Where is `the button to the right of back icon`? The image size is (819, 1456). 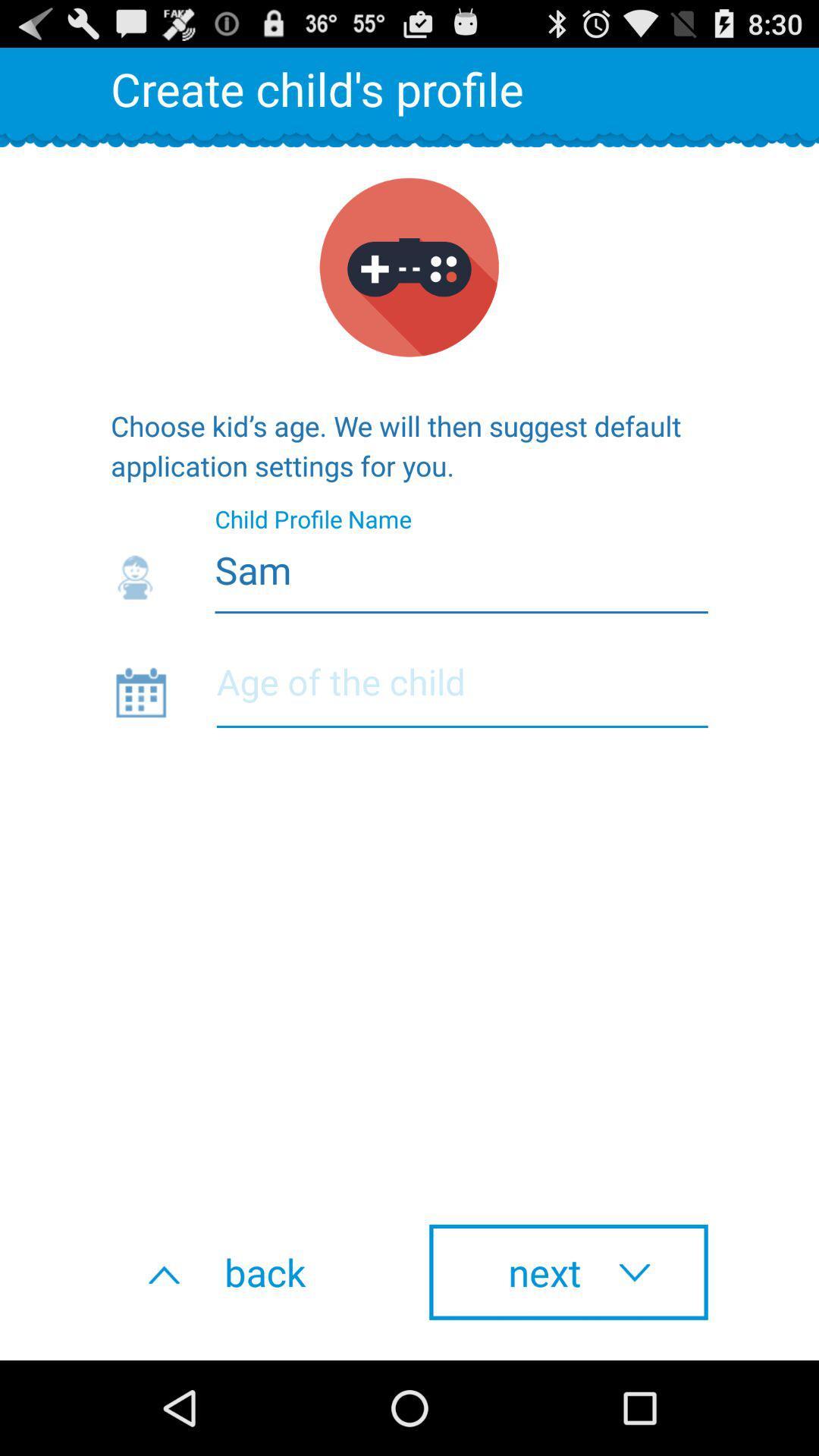
the button to the right of back icon is located at coordinates (568, 1272).